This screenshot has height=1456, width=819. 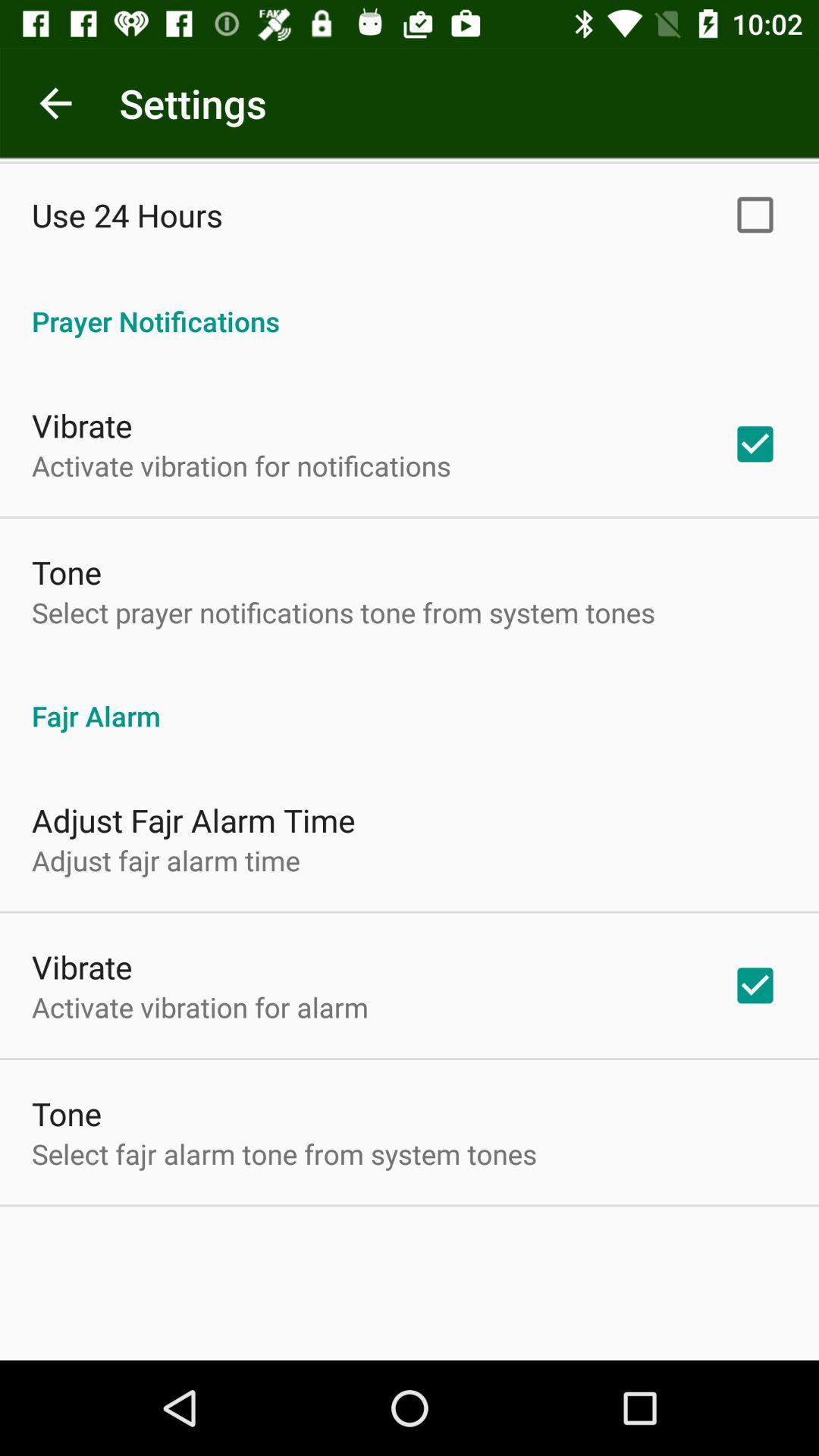 What do you see at coordinates (55, 102) in the screenshot?
I see `settings menu` at bounding box center [55, 102].